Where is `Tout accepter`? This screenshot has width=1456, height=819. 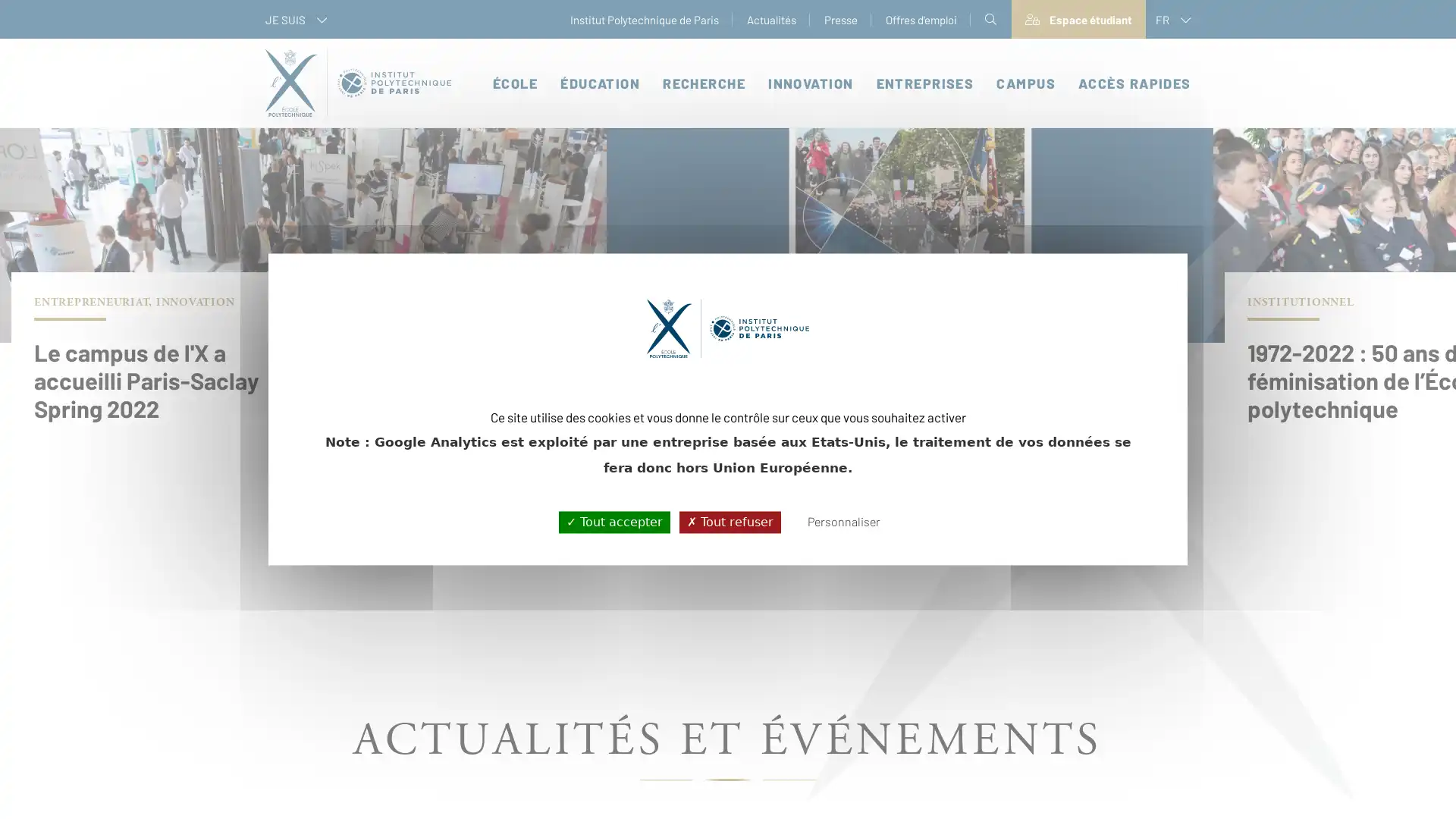 Tout accepter is located at coordinates (613, 521).